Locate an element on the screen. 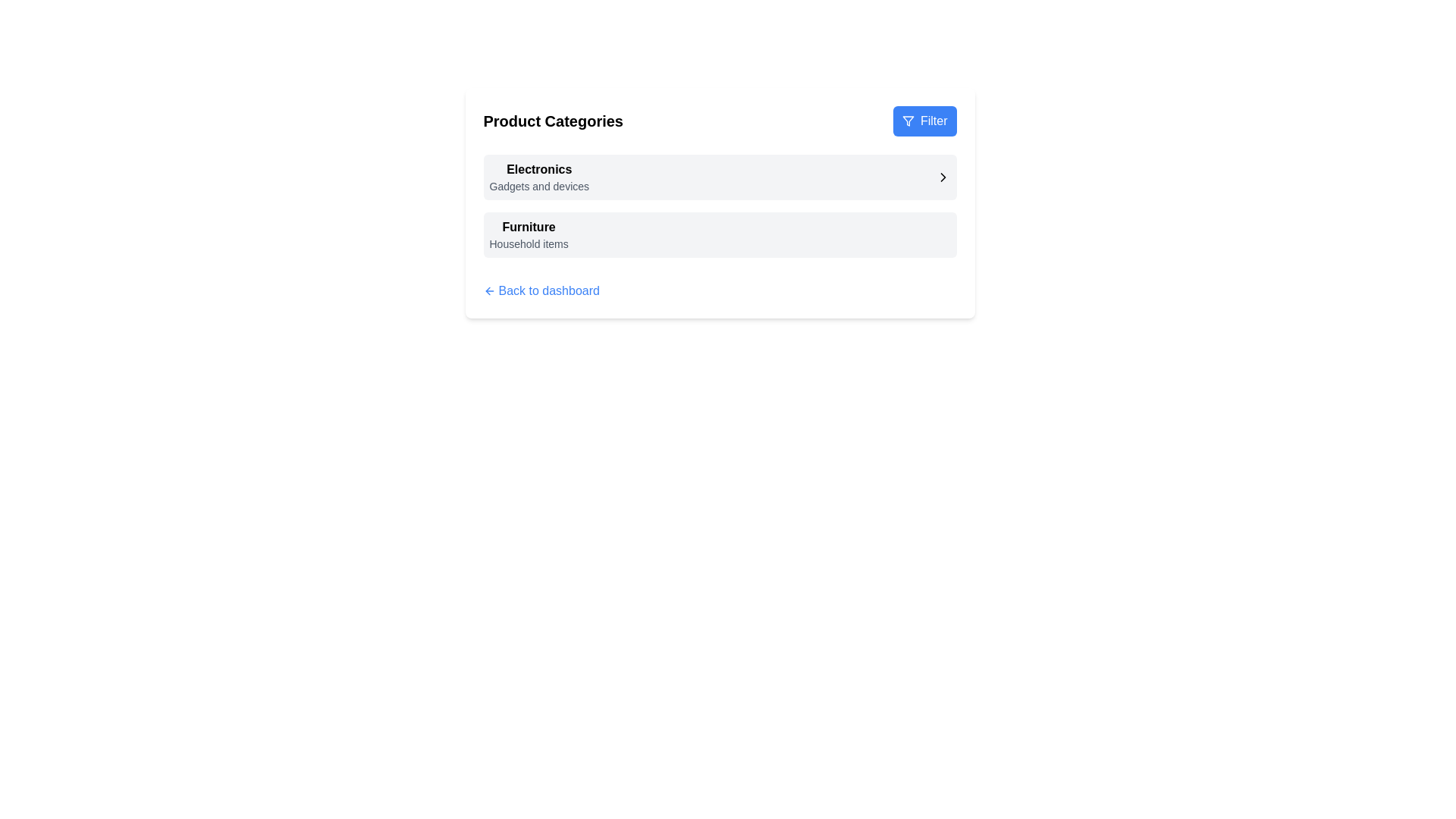  the Text Label element displaying 'Electronics' which includes a bolded word and a smaller gray text 'Gadgets and devices', located on the left side of a card in the 'Product Categories' list is located at coordinates (539, 177).